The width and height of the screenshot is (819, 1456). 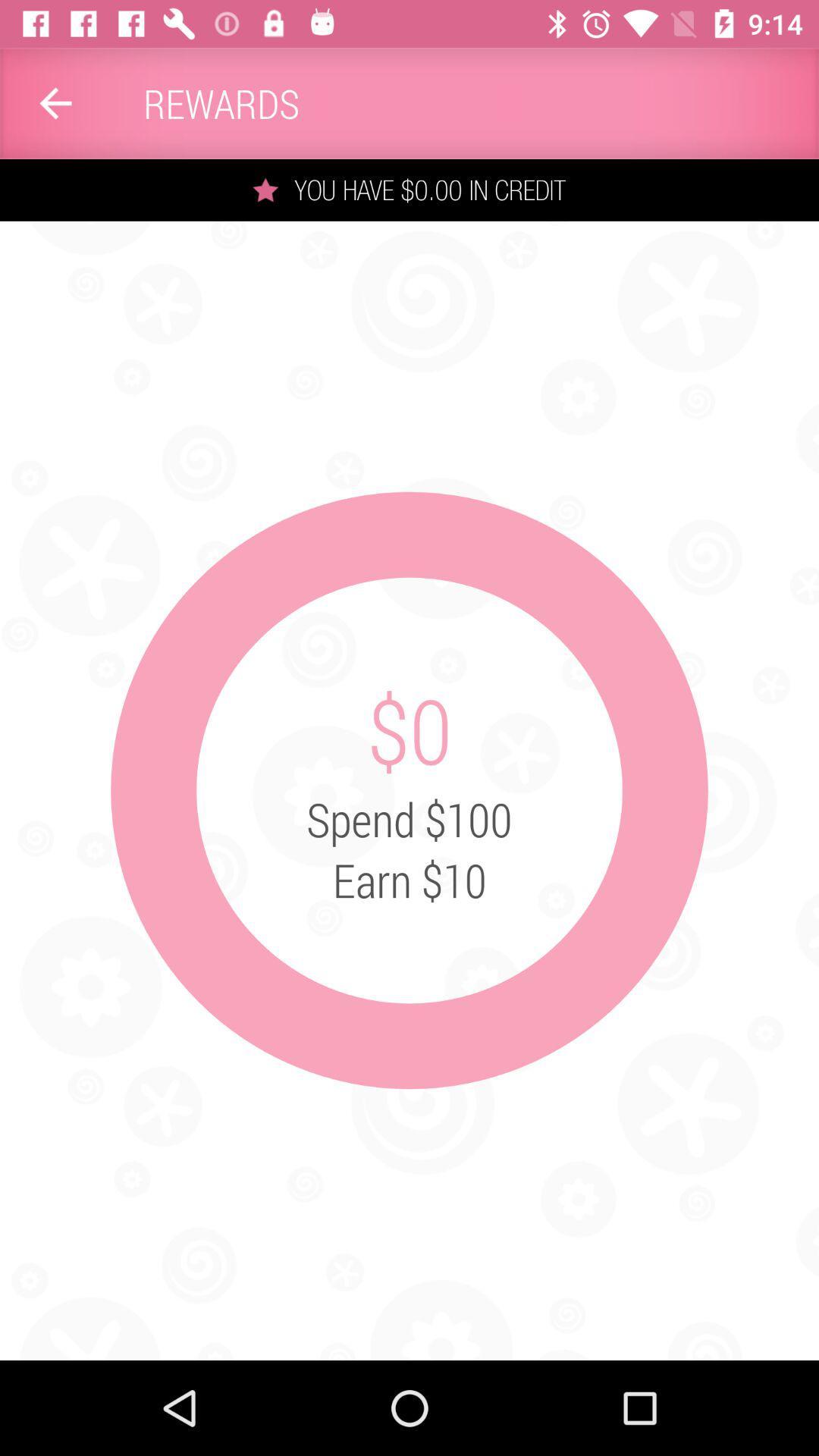 What do you see at coordinates (55, 102) in the screenshot?
I see `item next to the rewards app` at bounding box center [55, 102].